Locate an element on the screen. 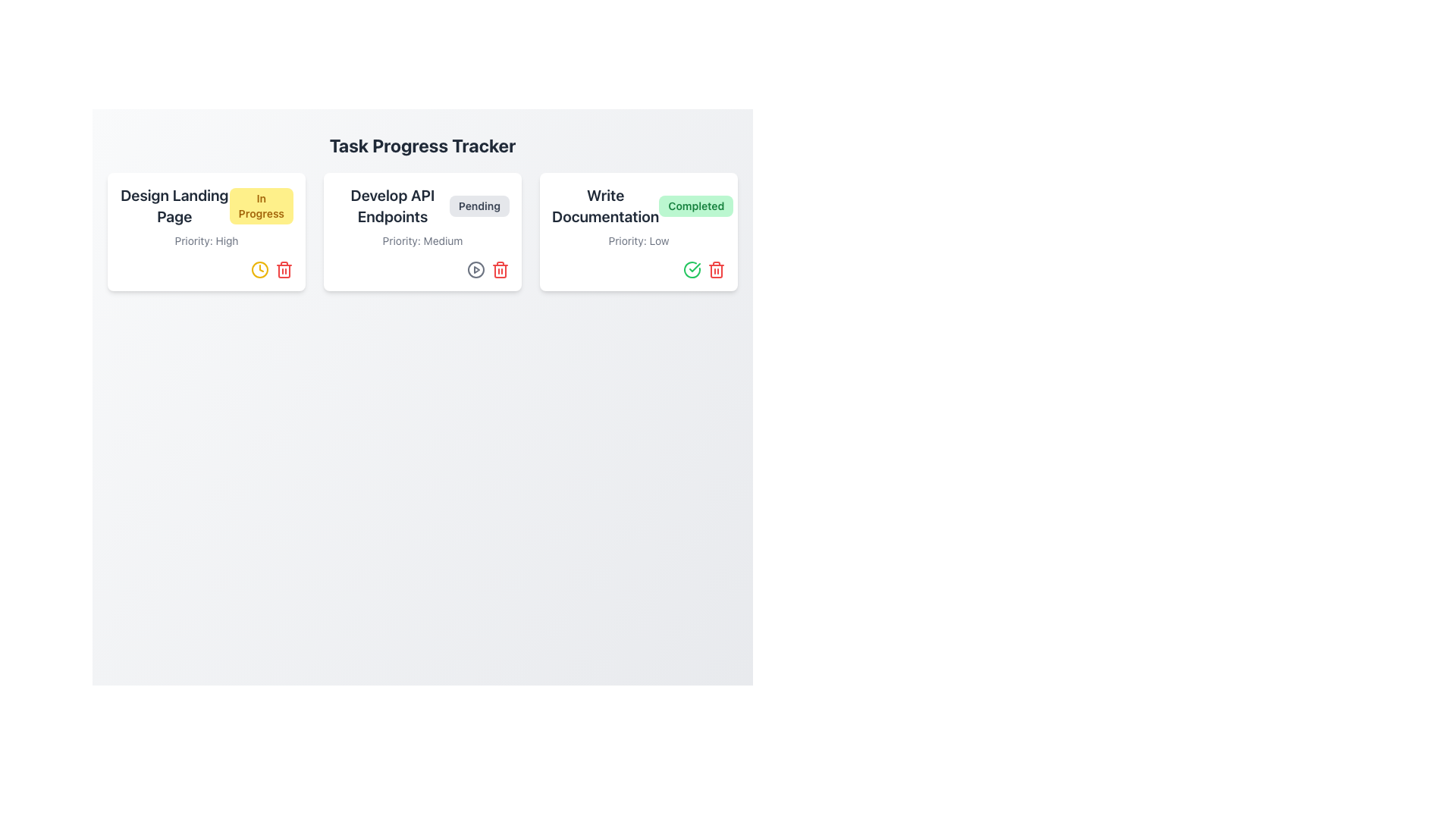 The width and height of the screenshot is (1456, 819). the title text of the third task card, located at the top-central position is located at coordinates (604, 206).